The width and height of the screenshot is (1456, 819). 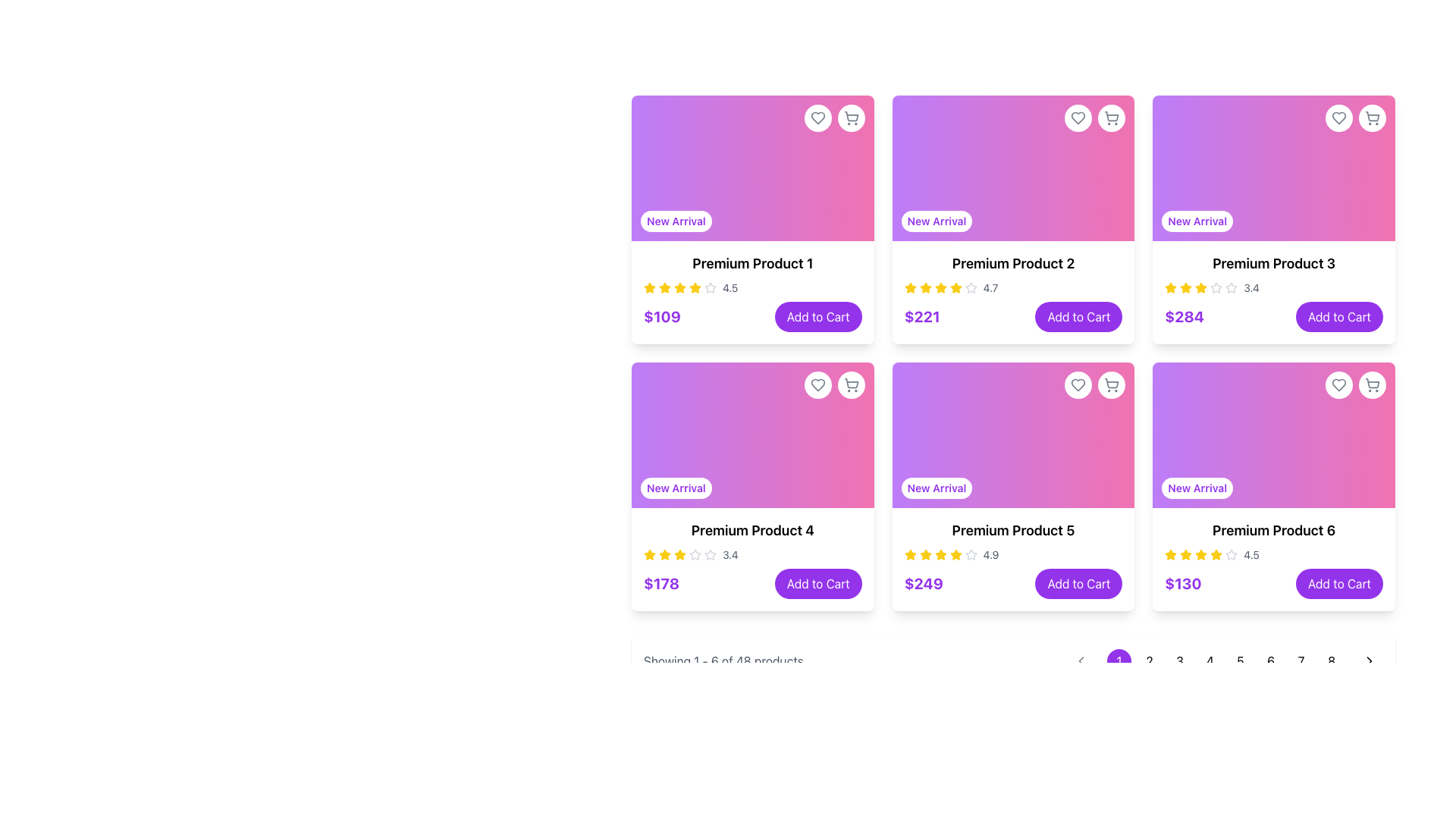 What do you see at coordinates (851, 115) in the screenshot?
I see `the shopping cart icon located in the top-right corner of the 'Premium Product 1' card for accessibility navigation` at bounding box center [851, 115].